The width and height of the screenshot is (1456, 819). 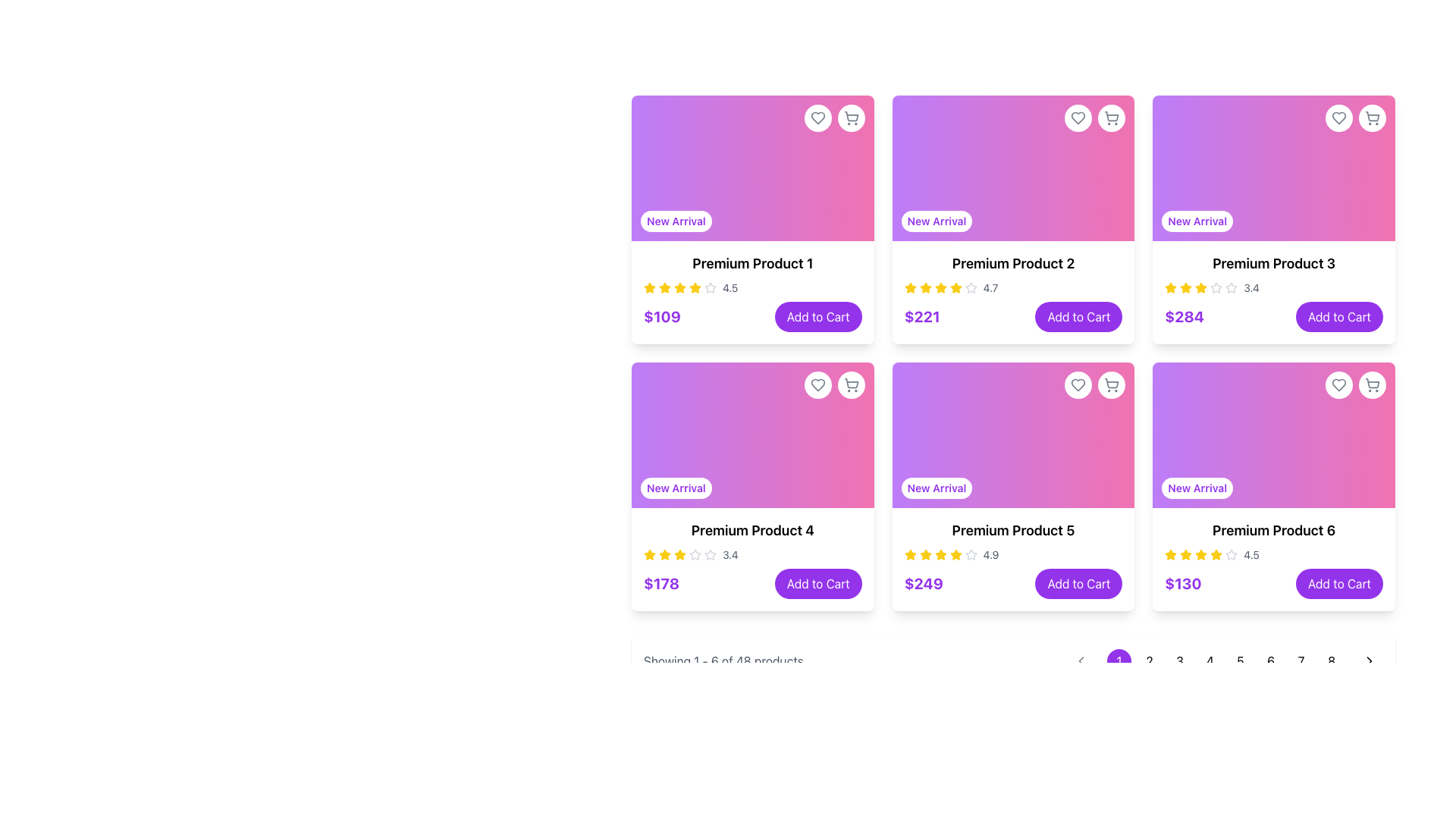 What do you see at coordinates (851, 115) in the screenshot?
I see `the shopping cart icon located in the top-right corner of the 'Premium Product 1' card for accessibility navigation` at bounding box center [851, 115].